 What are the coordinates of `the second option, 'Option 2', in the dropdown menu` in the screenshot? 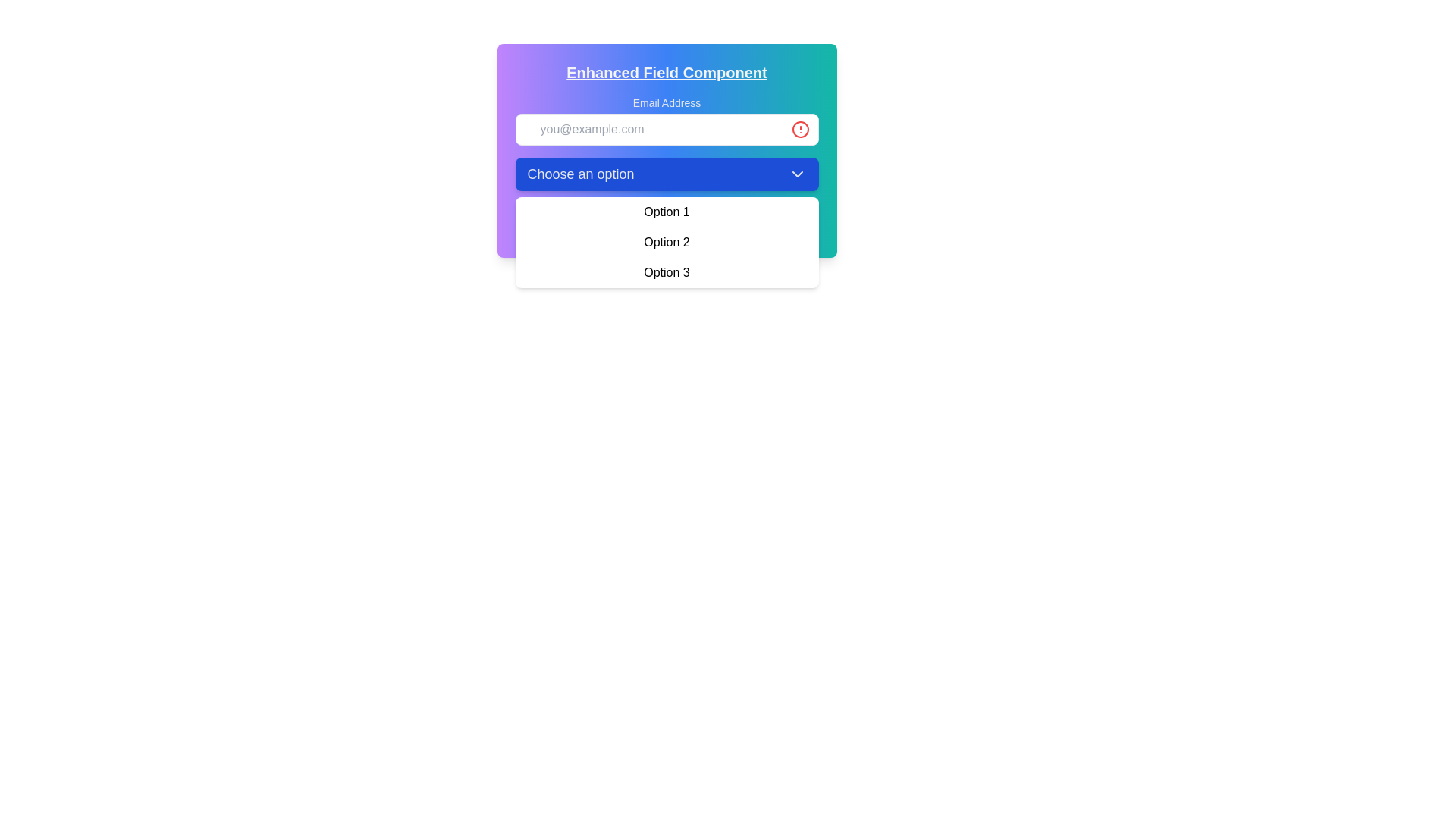 It's located at (667, 242).